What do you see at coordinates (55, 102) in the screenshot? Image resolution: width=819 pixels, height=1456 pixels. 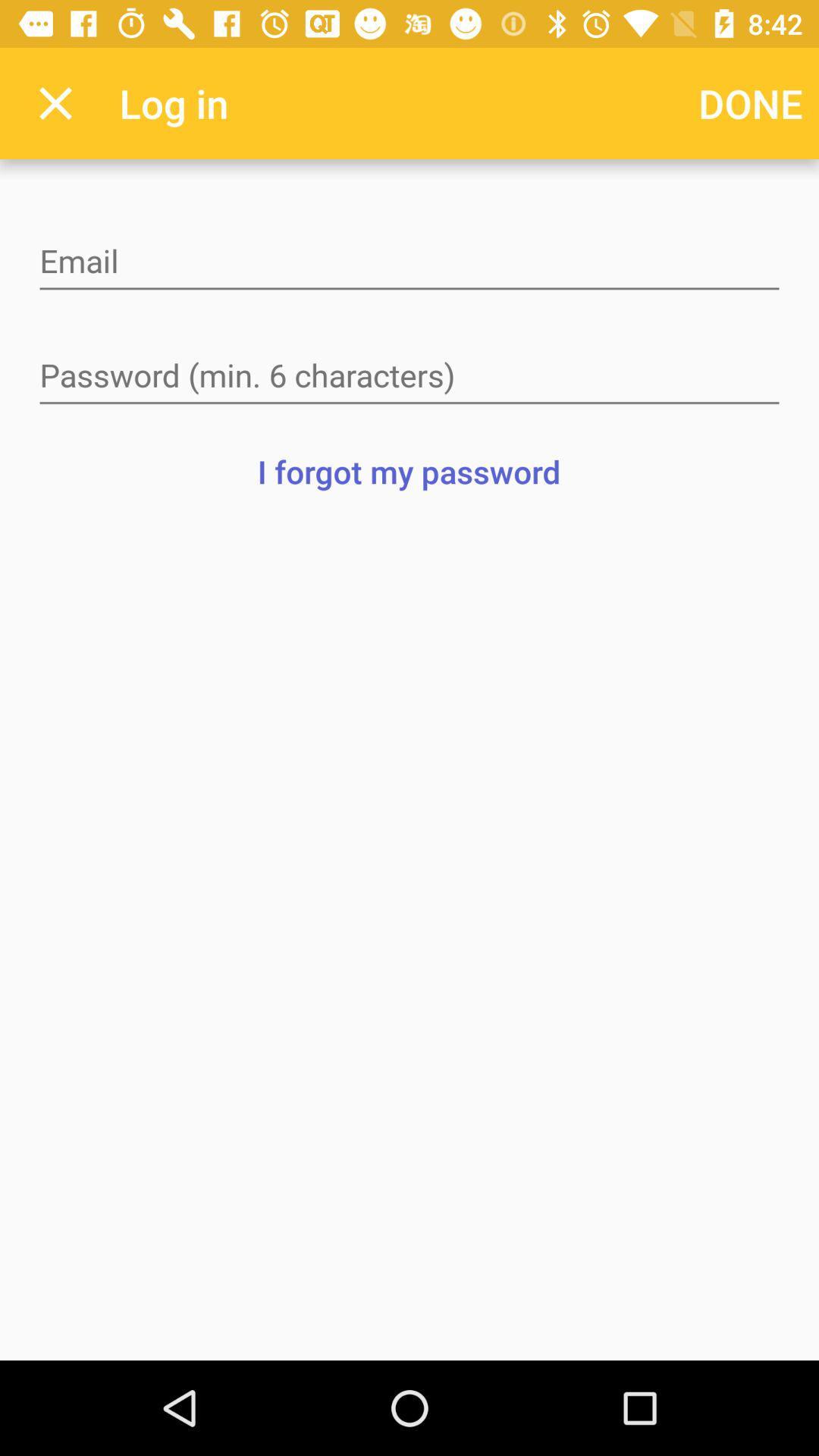 I see `app next to the log in app` at bounding box center [55, 102].